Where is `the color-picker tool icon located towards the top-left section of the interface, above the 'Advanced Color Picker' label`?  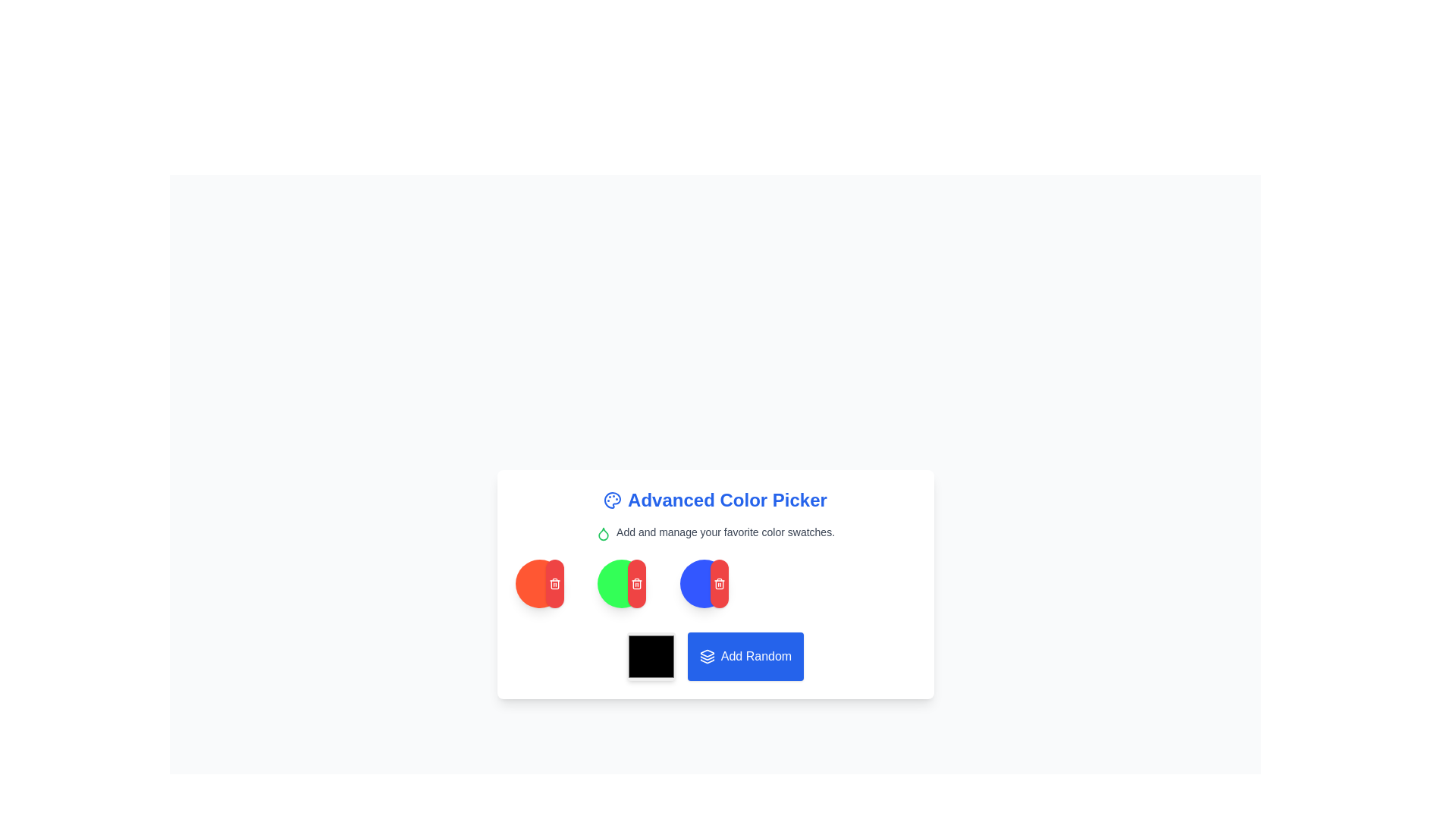 the color-picker tool icon located towards the top-left section of the interface, above the 'Advanced Color Picker' label is located at coordinates (613, 500).